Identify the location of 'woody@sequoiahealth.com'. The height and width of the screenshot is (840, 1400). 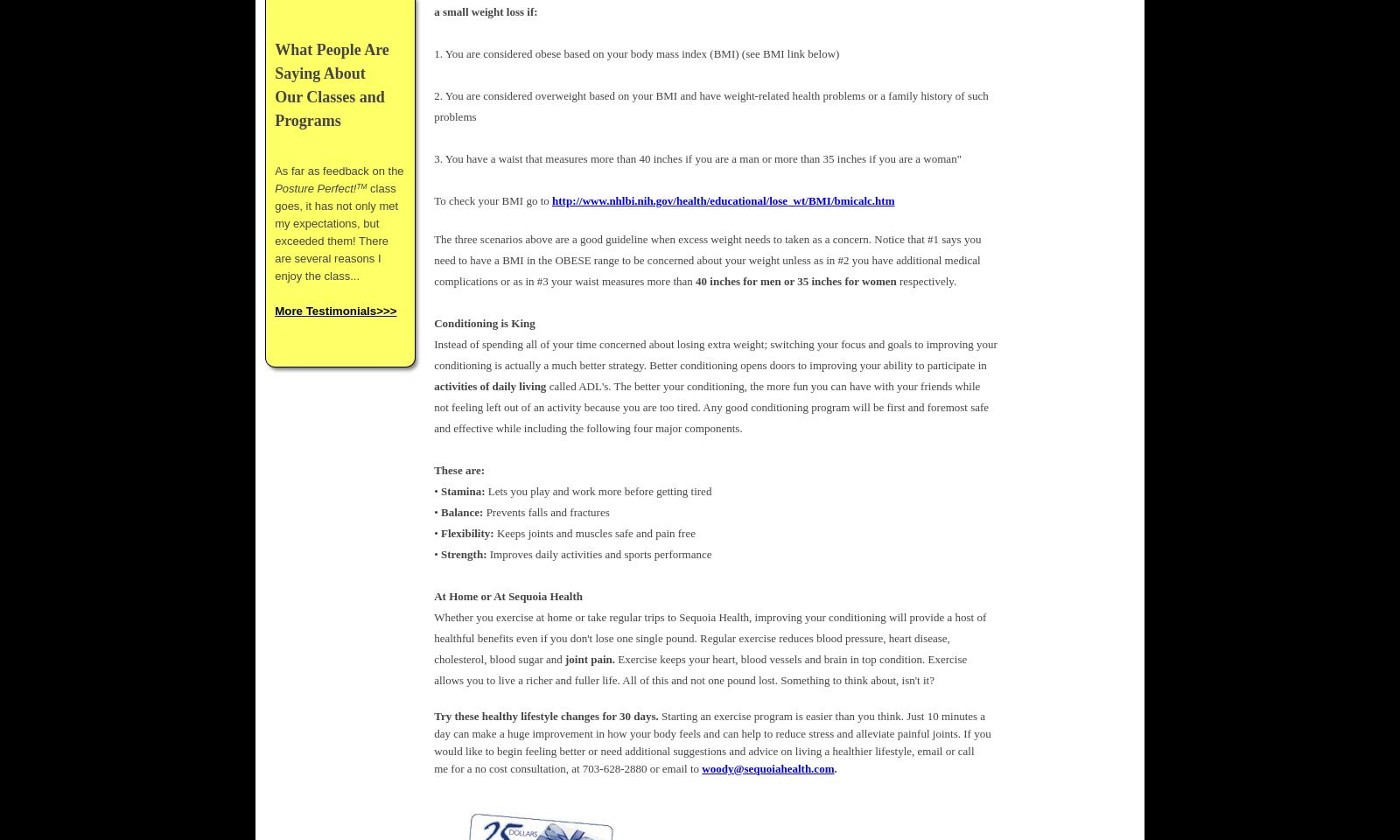
(766, 766).